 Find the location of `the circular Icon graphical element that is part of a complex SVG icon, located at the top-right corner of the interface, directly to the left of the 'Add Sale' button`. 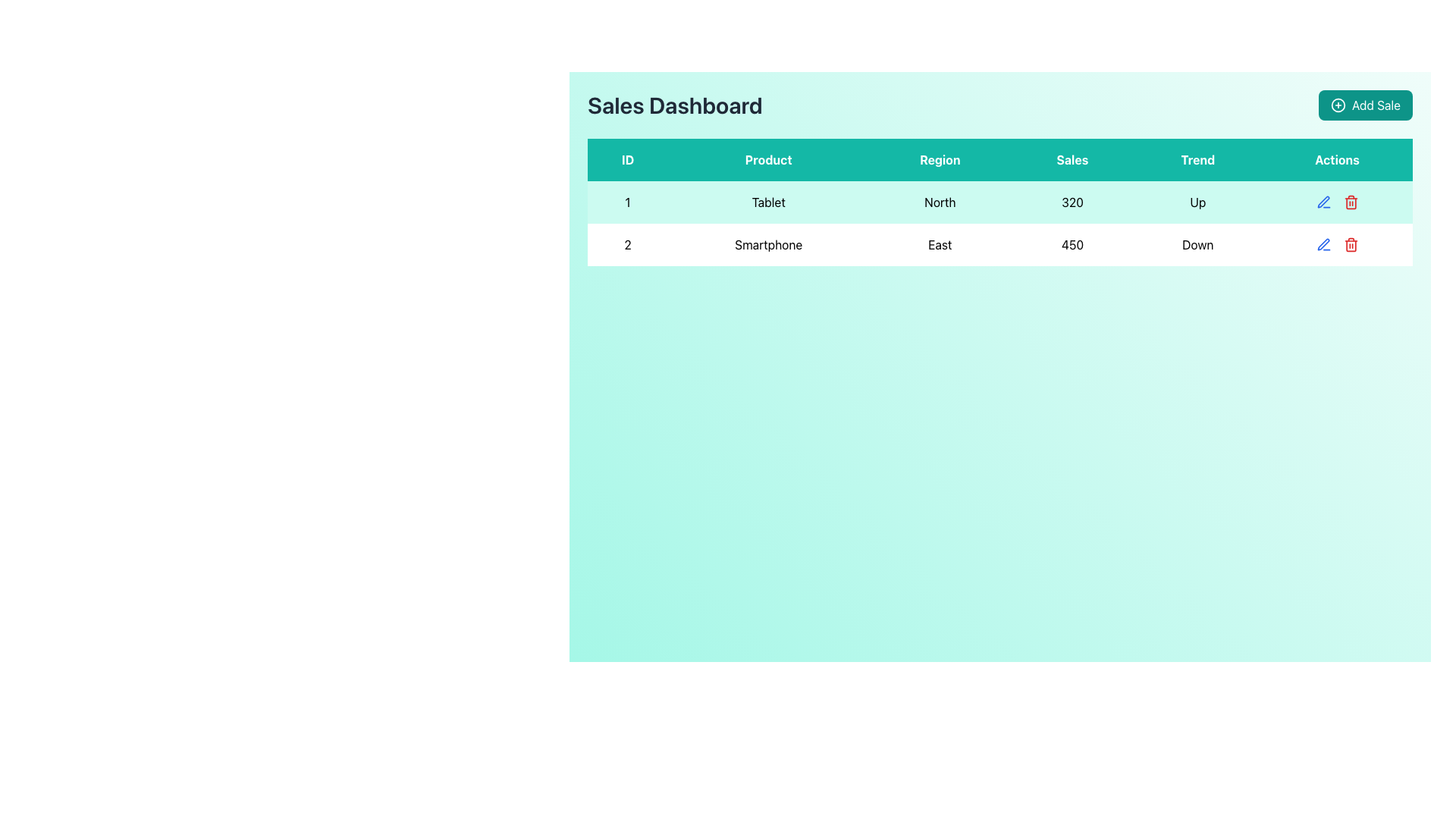

the circular Icon graphical element that is part of a complex SVG icon, located at the top-right corner of the interface, directly to the left of the 'Add Sale' button is located at coordinates (1338, 104).